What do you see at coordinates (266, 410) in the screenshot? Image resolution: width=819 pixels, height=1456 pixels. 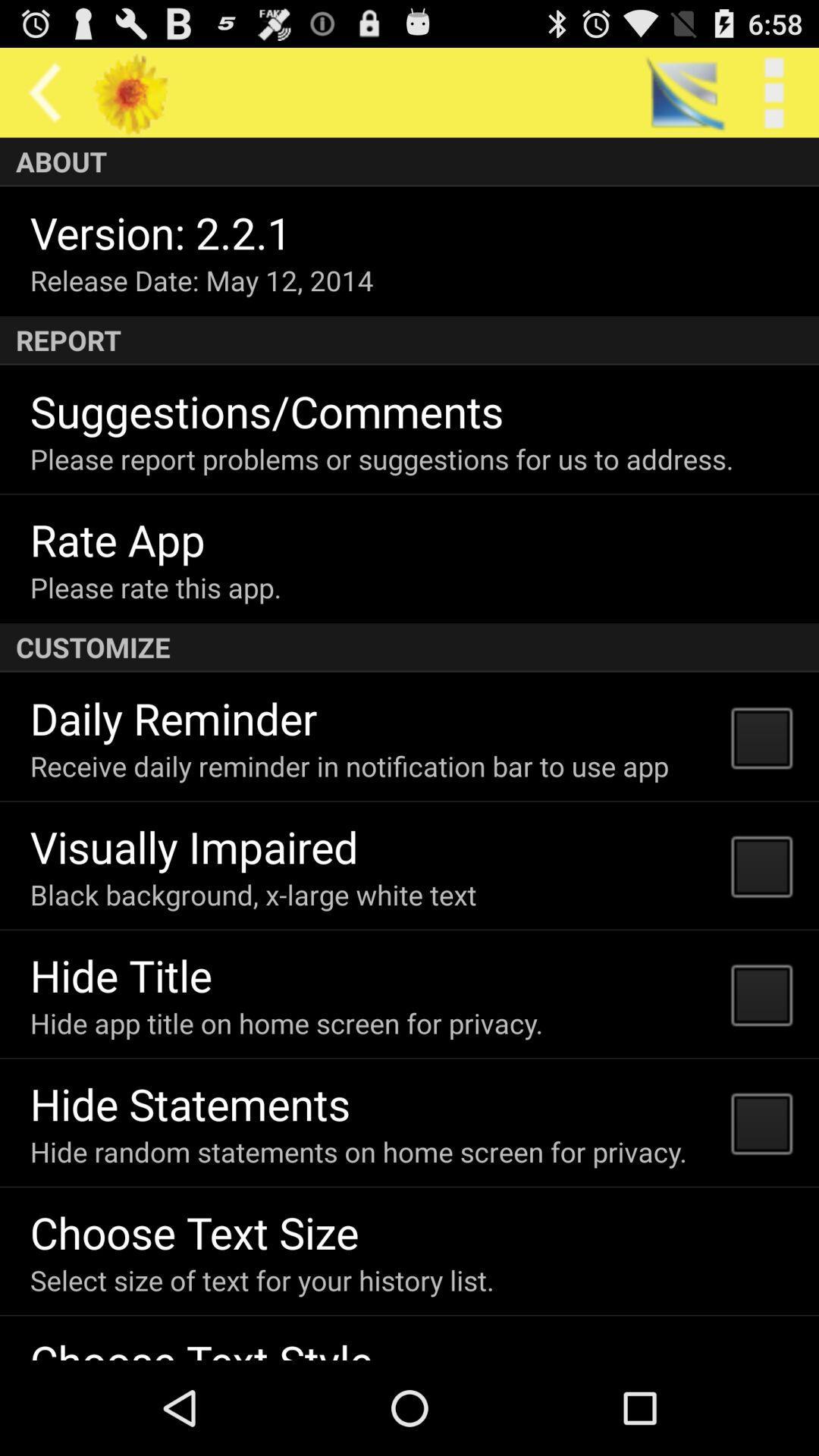 I see `the app above the please report problems` at bounding box center [266, 410].